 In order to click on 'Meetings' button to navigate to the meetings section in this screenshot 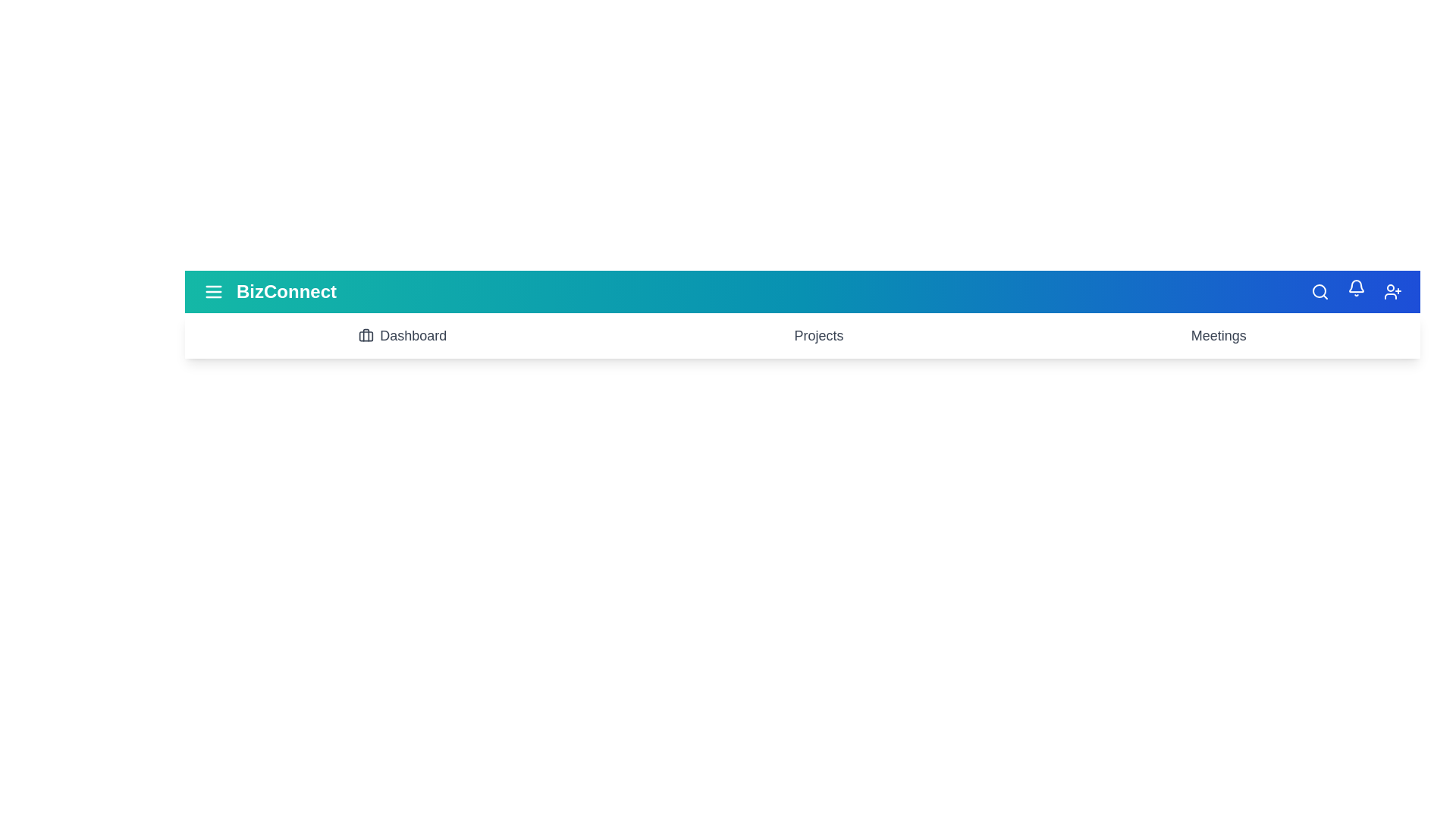, I will do `click(1219, 335)`.